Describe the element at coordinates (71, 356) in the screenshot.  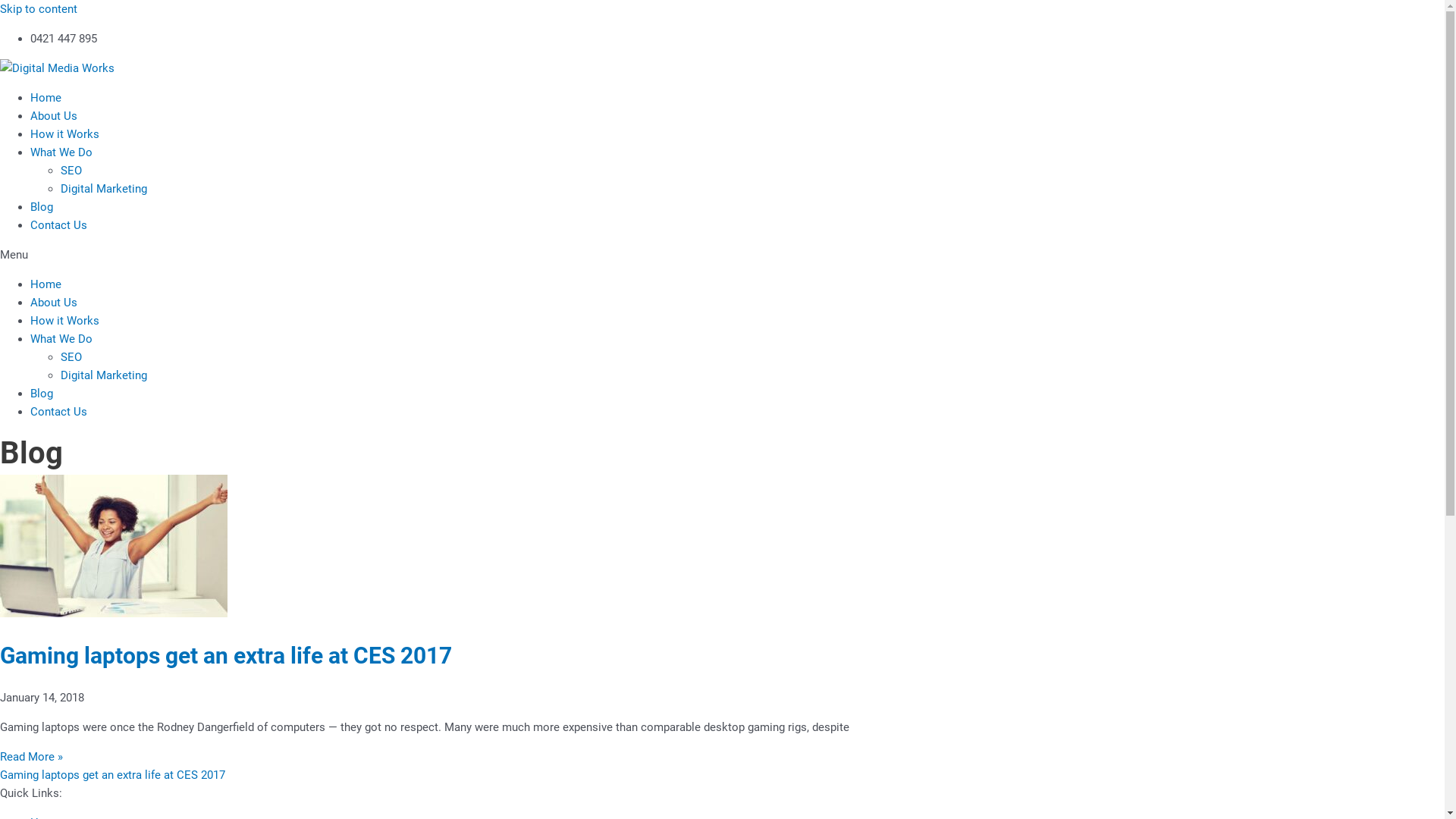
I see `'SEO'` at that location.